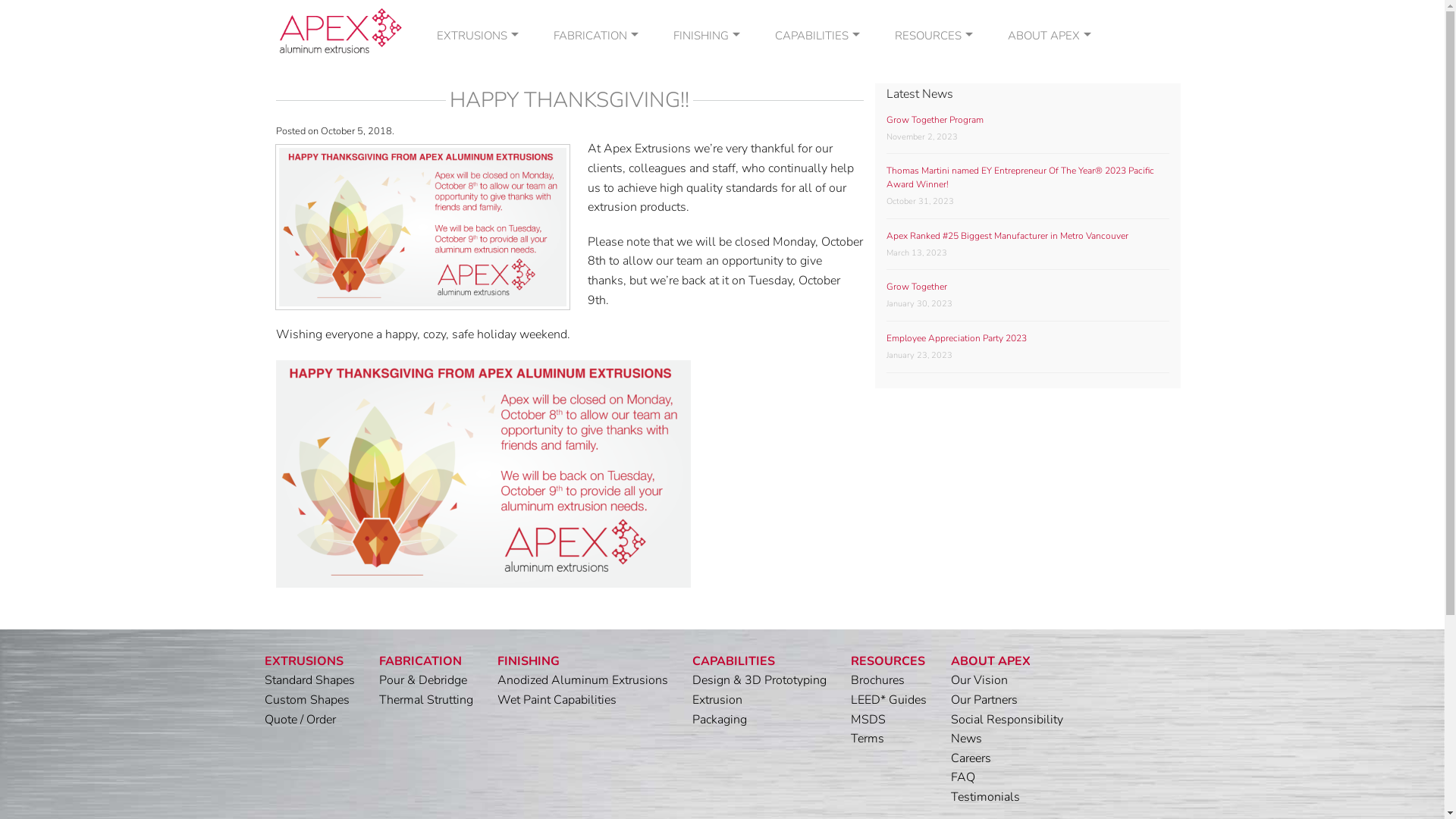 Image resolution: width=1456 pixels, height=819 pixels. I want to click on 'Terms', so click(867, 738).